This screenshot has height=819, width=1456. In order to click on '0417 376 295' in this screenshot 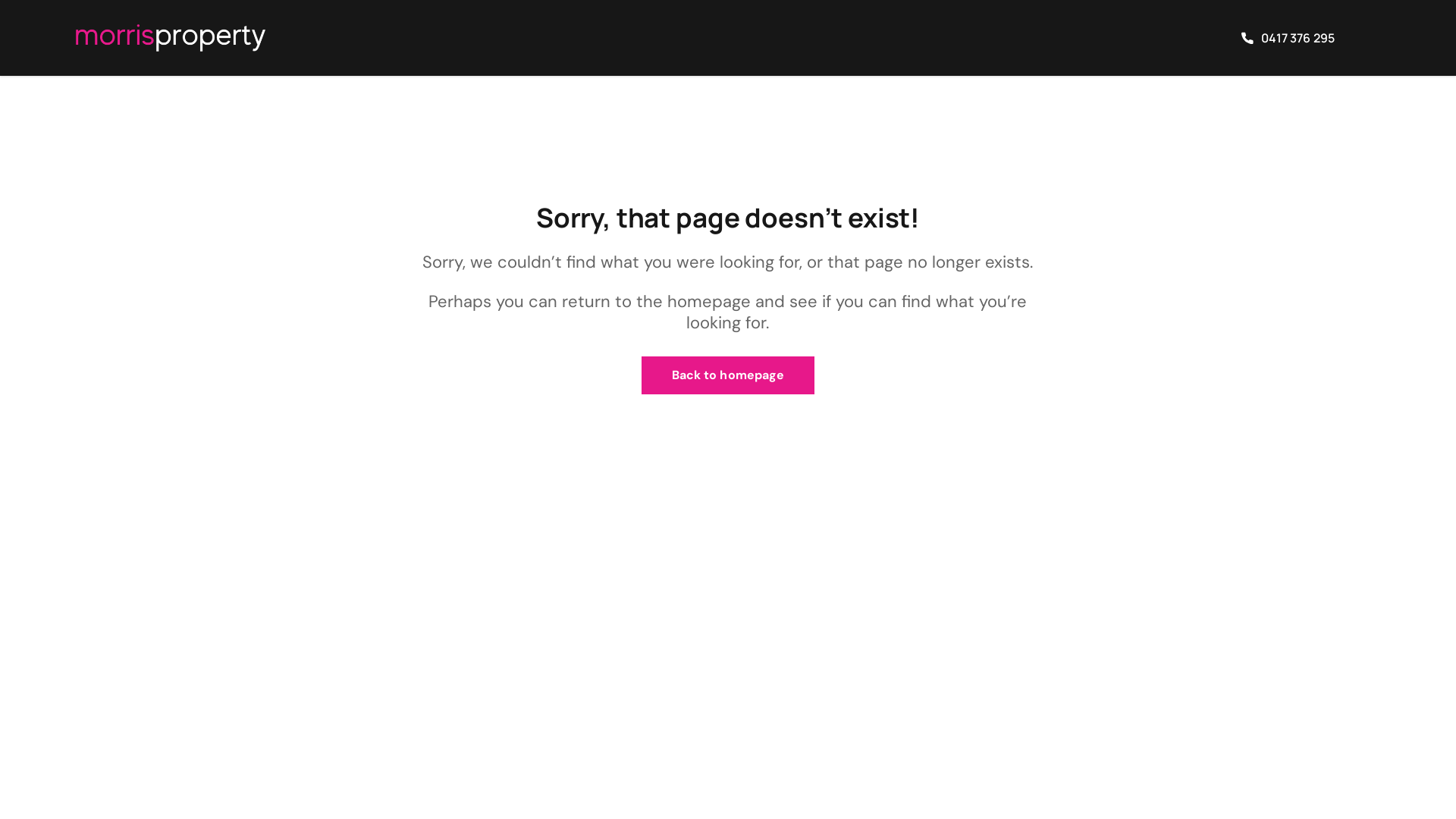, I will do `click(1287, 37)`.